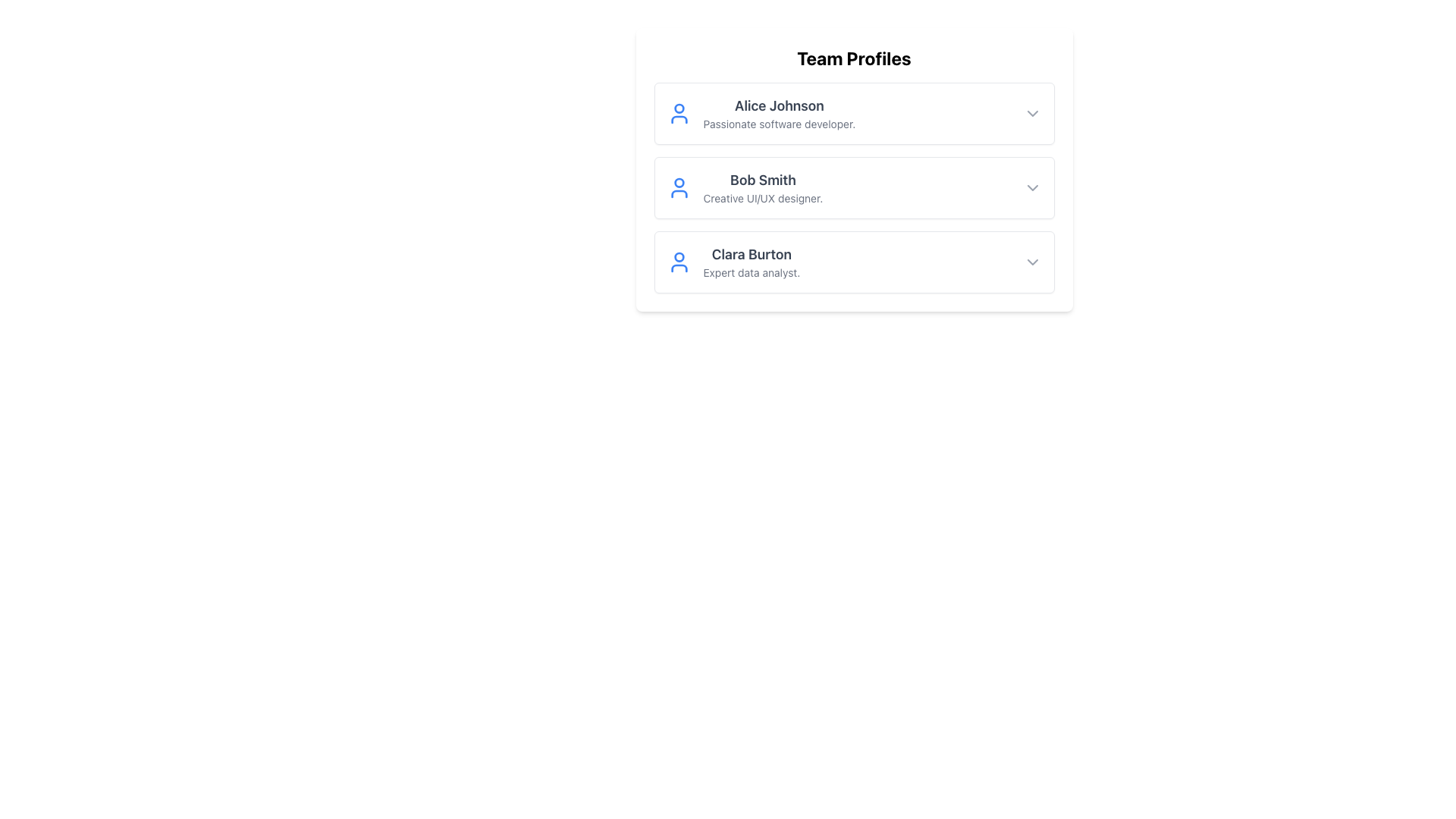  What do you see at coordinates (854, 187) in the screenshot?
I see `the Profile overview card for 'Bob Smith', which features their name in bold and a subtitle as 'Creative UI/UX designer'` at bounding box center [854, 187].